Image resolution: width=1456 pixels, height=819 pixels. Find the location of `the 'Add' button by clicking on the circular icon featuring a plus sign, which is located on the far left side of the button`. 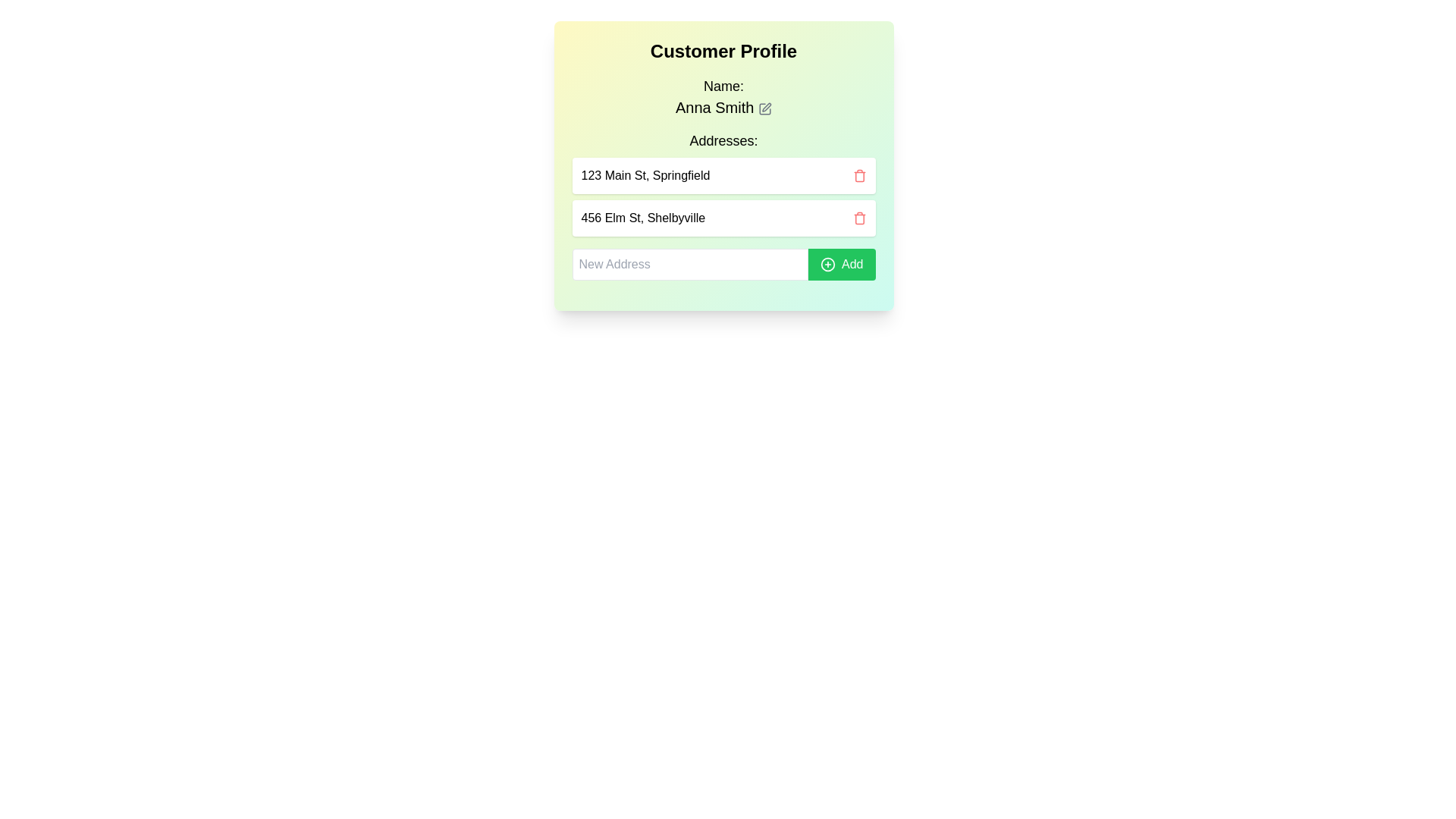

the 'Add' button by clicking on the circular icon featuring a plus sign, which is located on the far left side of the button is located at coordinates (827, 263).